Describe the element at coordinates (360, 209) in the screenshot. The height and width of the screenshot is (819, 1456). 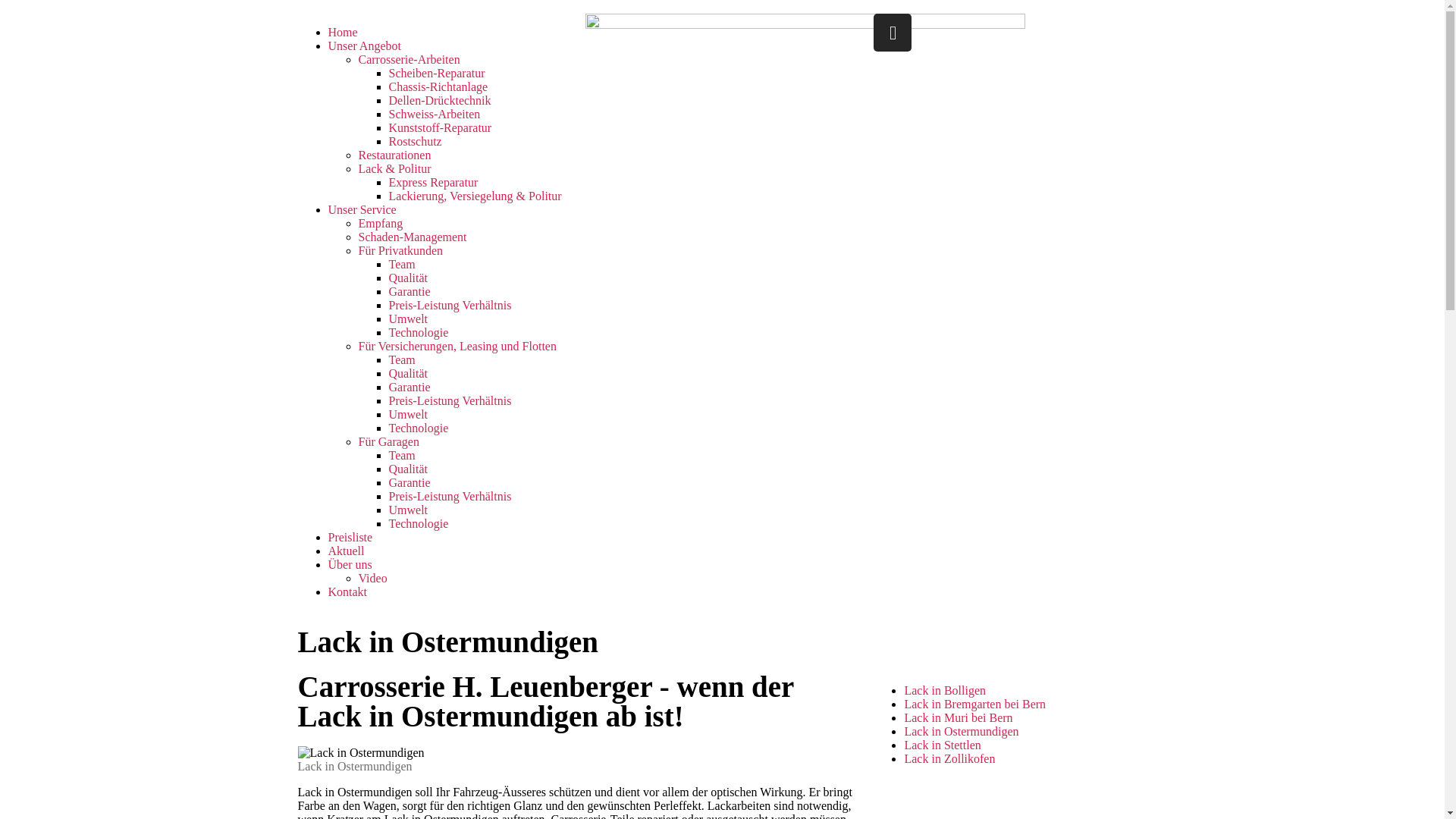
I see `'Unser Service'` at that location.